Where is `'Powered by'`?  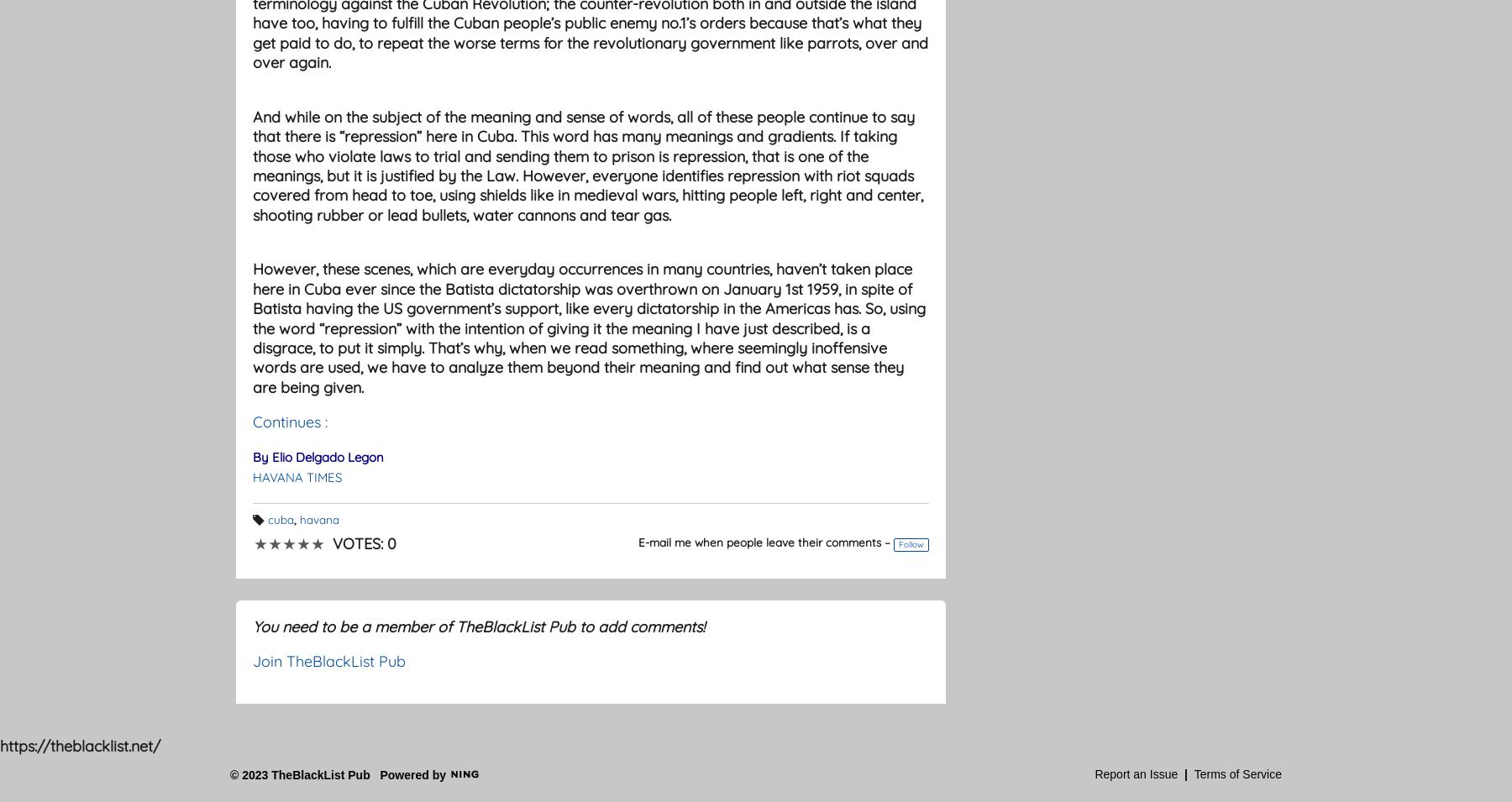
'Powered by' is located at coordinates (378, 773).